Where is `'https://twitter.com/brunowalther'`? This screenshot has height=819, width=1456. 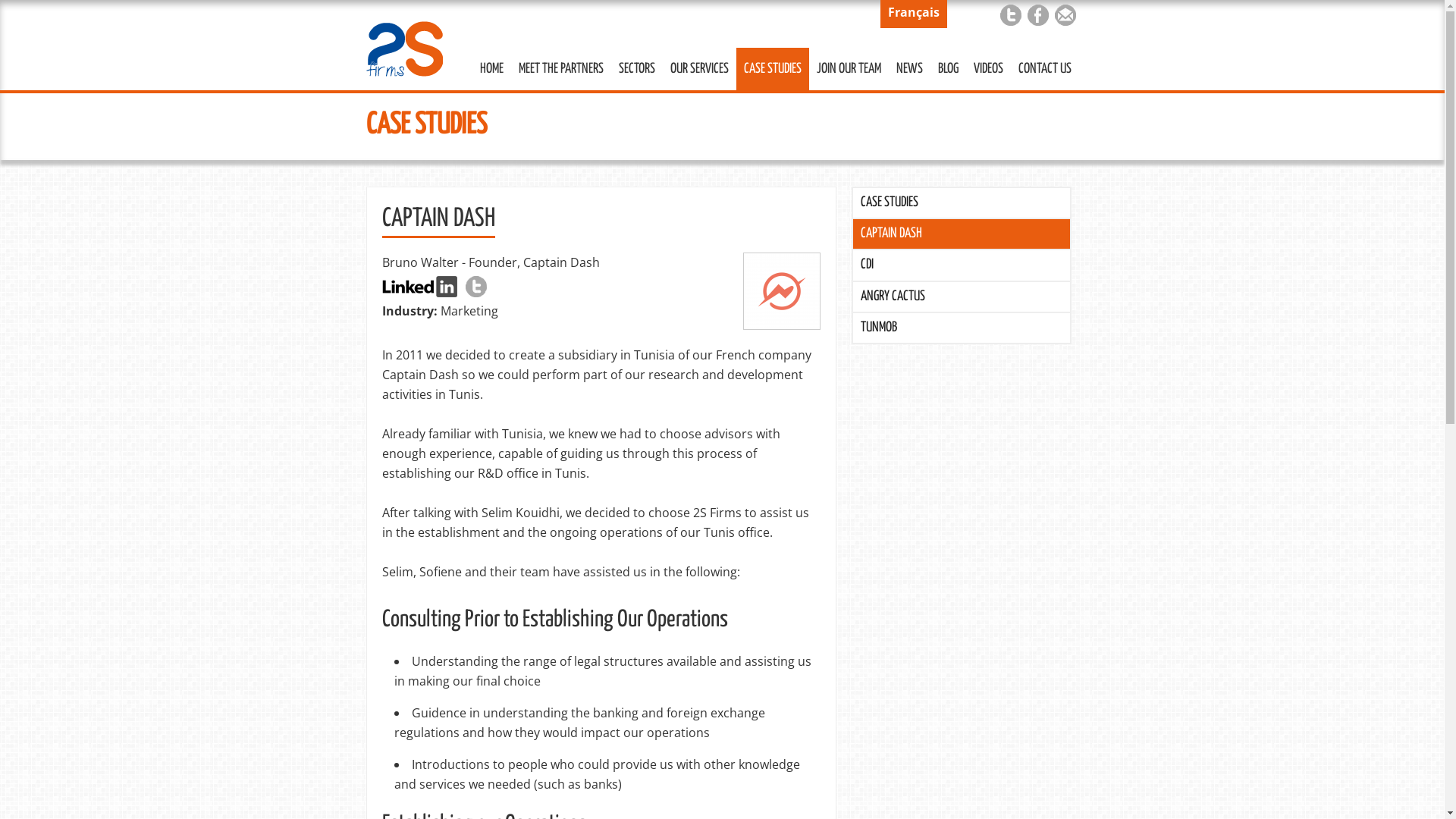
'https://twitter.com/brunowalther' is located at coordinates (475, 287).